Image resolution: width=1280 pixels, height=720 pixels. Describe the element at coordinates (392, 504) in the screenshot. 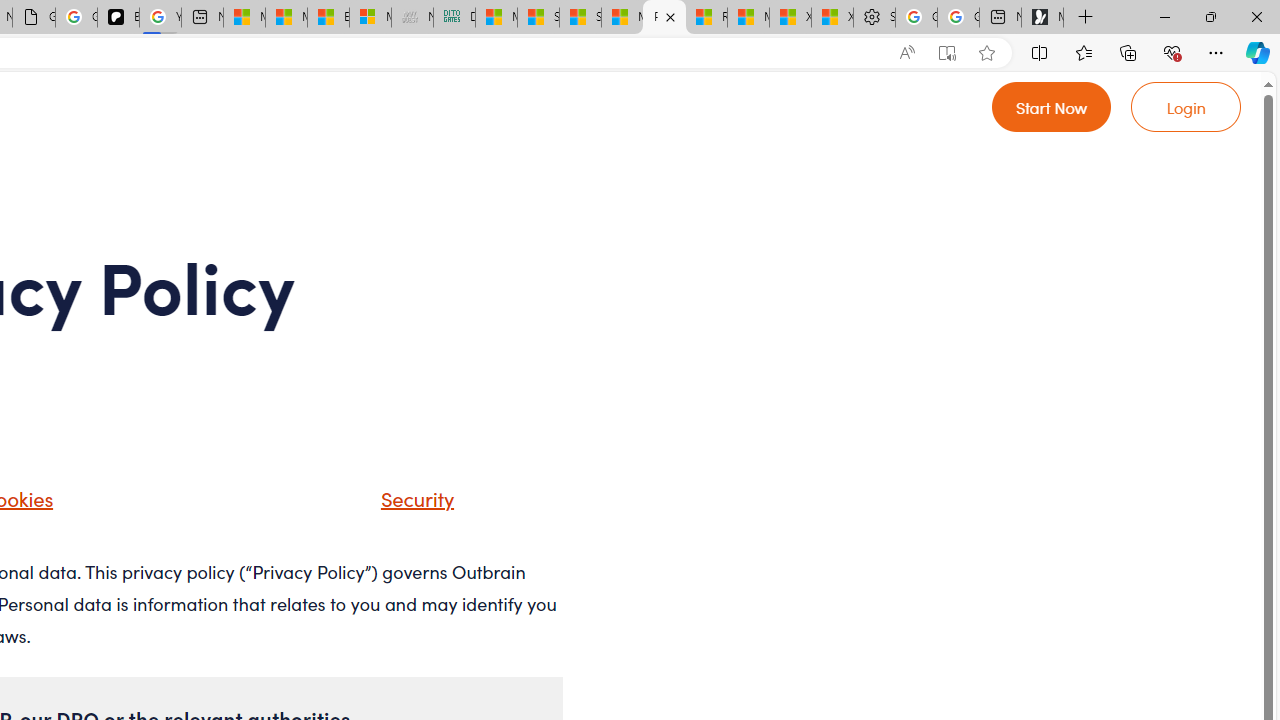

I see `'Security'` at that location.